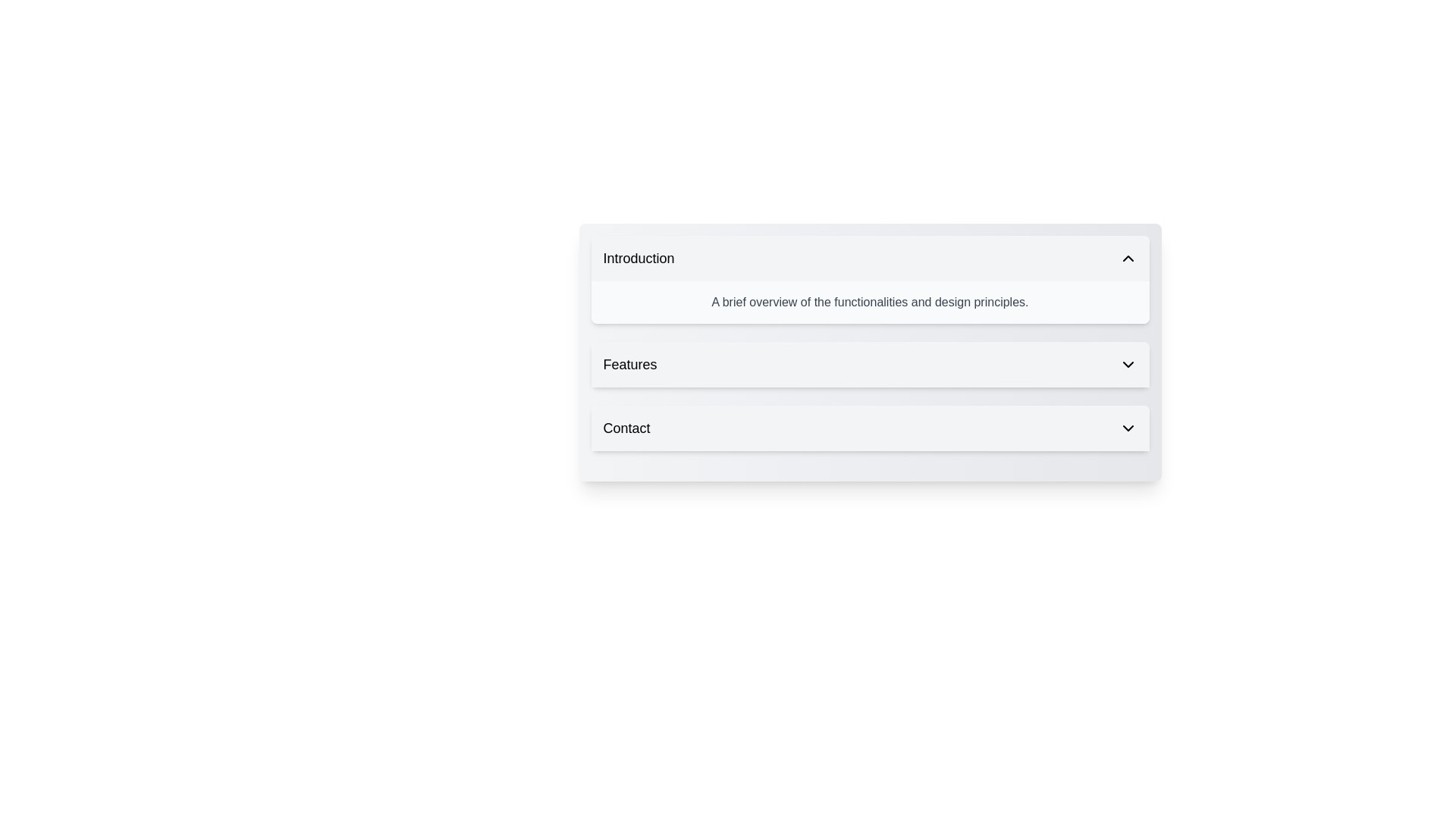 The width and height of the screenshot is (1456, 819). I want to click on the descriptive text block providing an overview of functionalities and design principles related to the 'Introduction' section, which is located beneath the clickable 'Introduction' header, so click(870, 302).